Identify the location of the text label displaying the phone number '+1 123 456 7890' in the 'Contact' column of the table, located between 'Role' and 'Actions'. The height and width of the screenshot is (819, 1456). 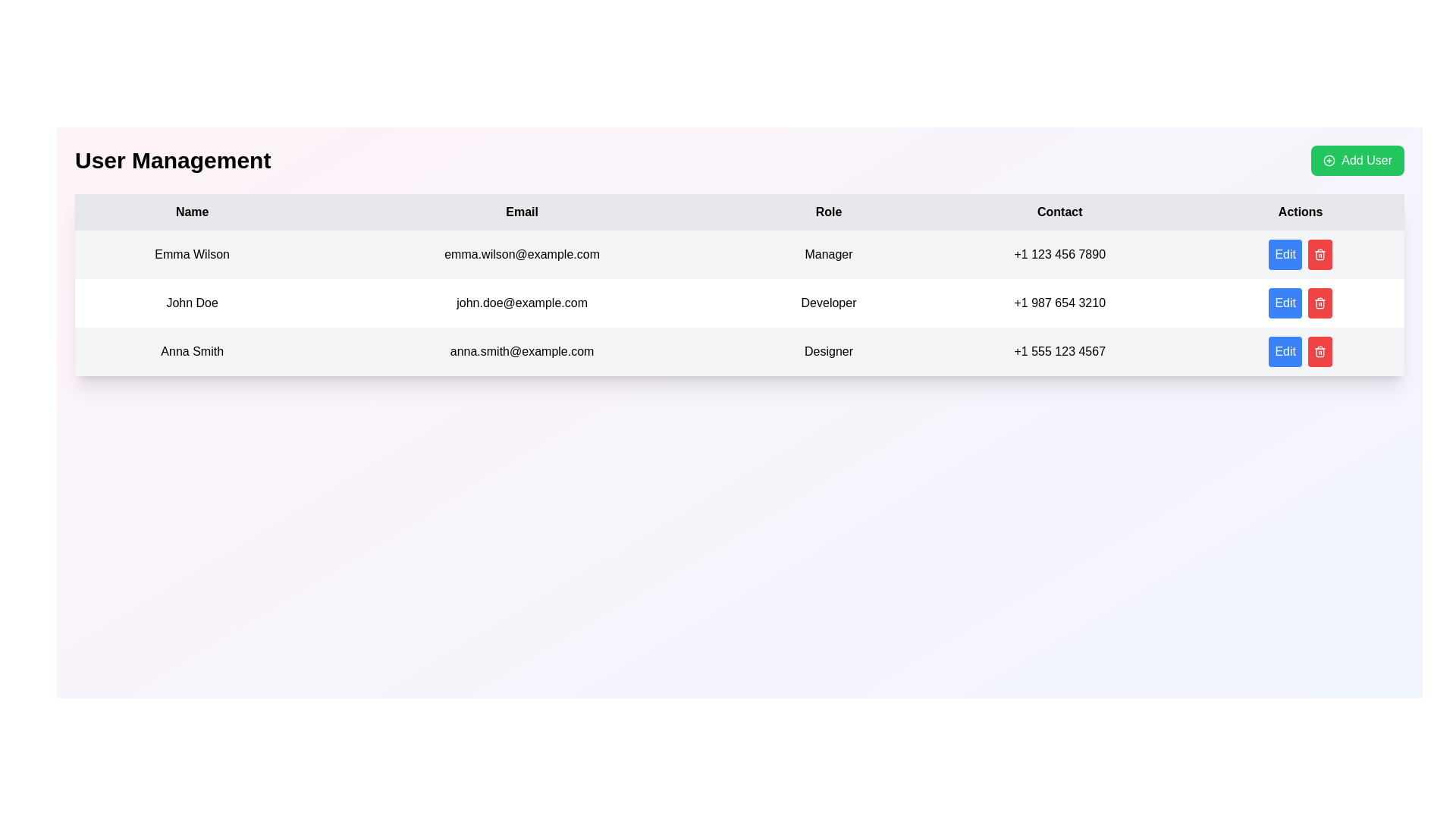
(1059, 253).